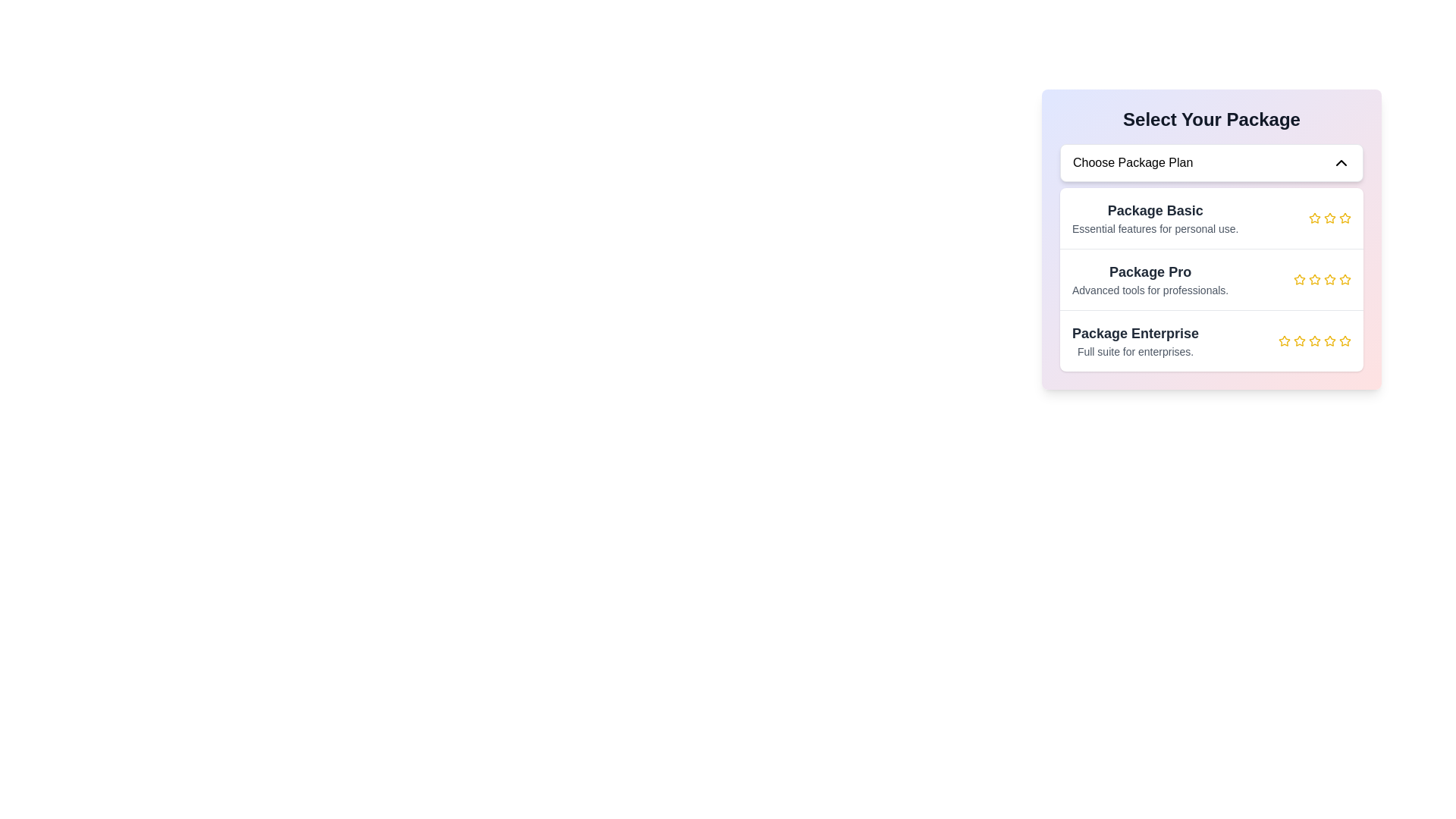 The image size is (1456, 819). What do you see at coordinates (1329, 280) in the screenshot?
I see `the fifth star icon in the rating system for the 'Package Pro' option to receive additional interaction feedback` at bounding box center [1329, 280].